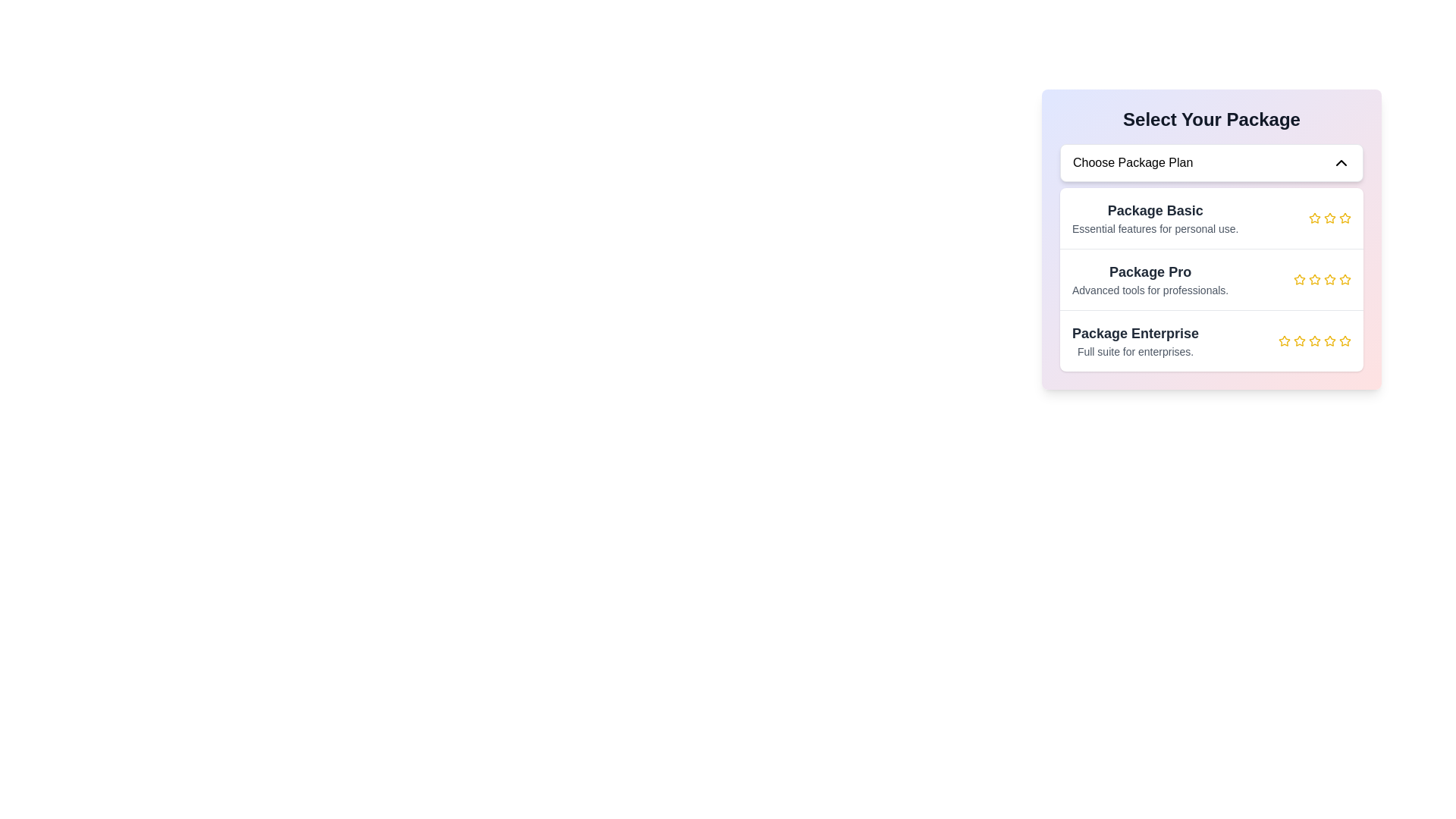 The image size is (1456, 819). What do you see at coordinates (1329, 280) in the screenshot?
I see `the fifth star icon in the rating system for the 'Package Pro' option to receive additional interaction feedback` at bounding box center [1329, 280].